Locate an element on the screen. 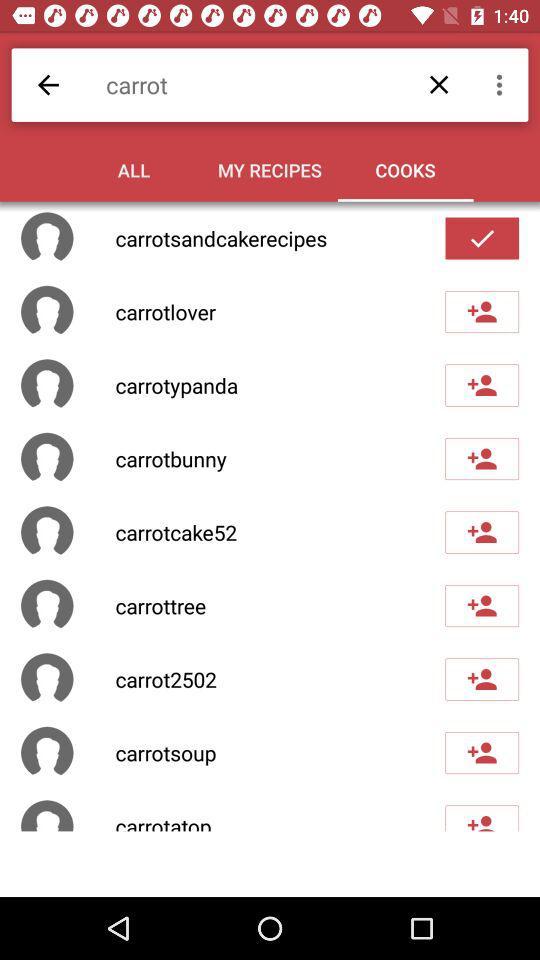  the tick icon is located at coordinates (481, 239).